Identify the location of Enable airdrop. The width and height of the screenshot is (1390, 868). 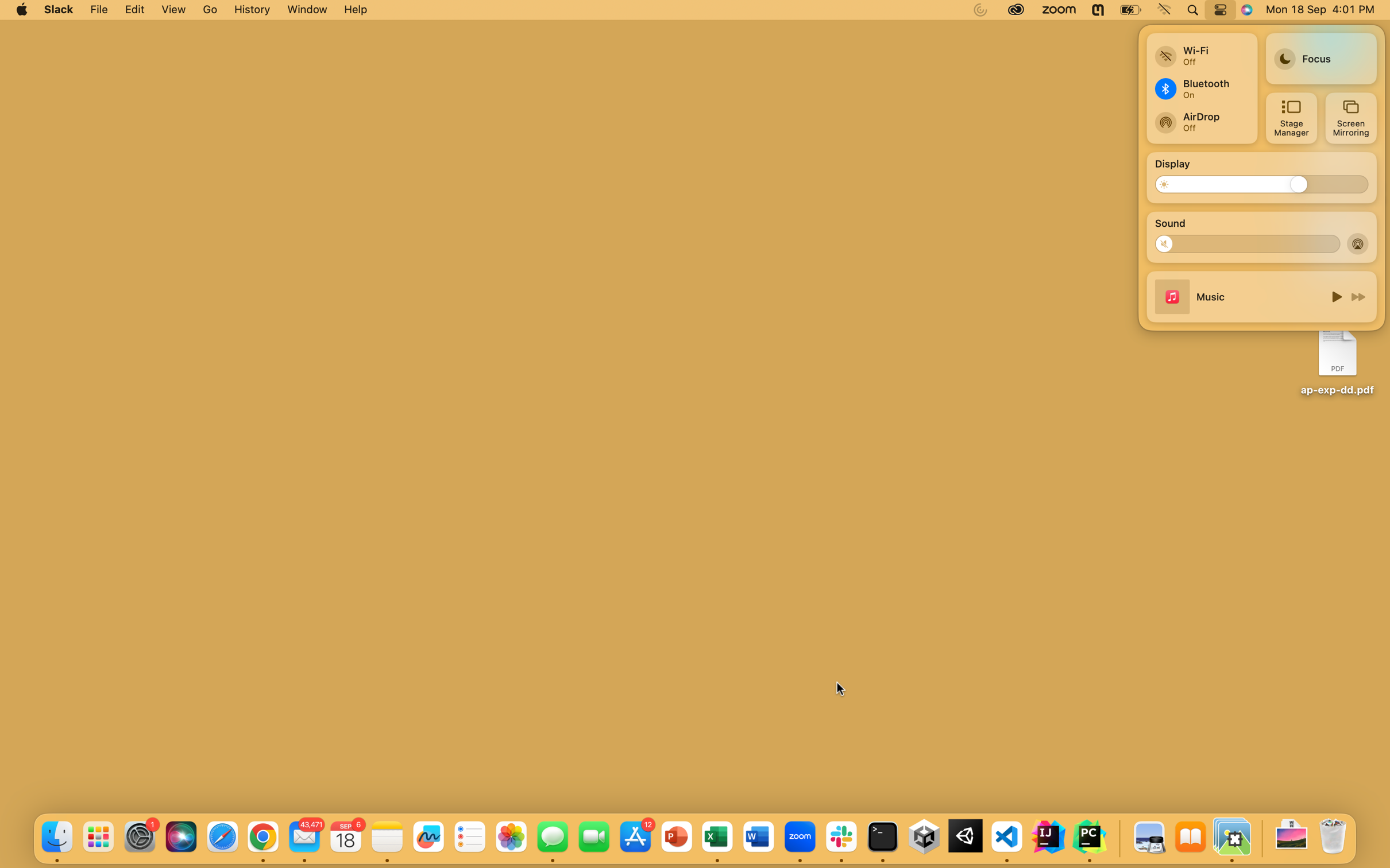
(1358, 243).